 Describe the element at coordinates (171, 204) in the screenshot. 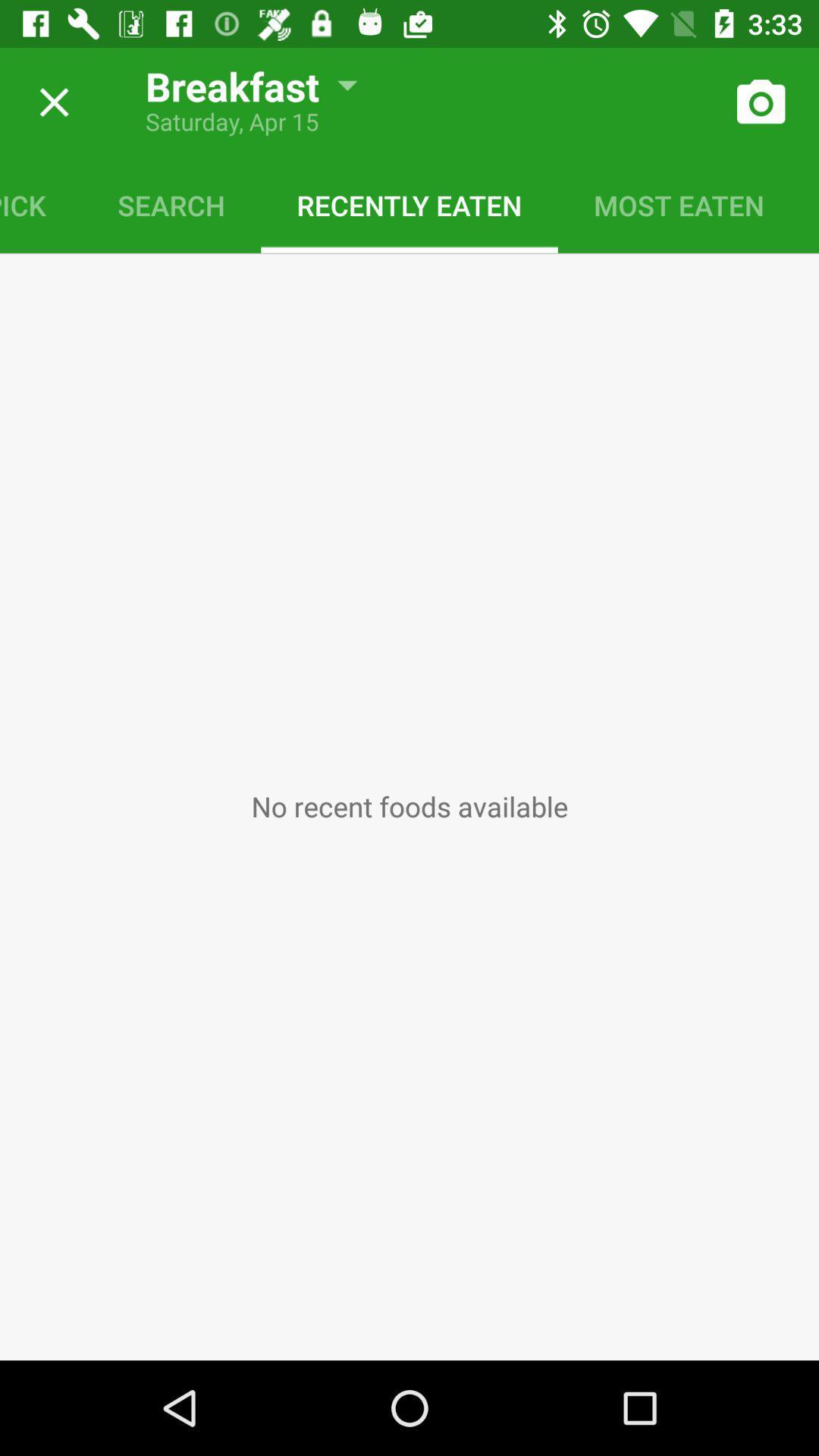

I see `the search icon` at that location.